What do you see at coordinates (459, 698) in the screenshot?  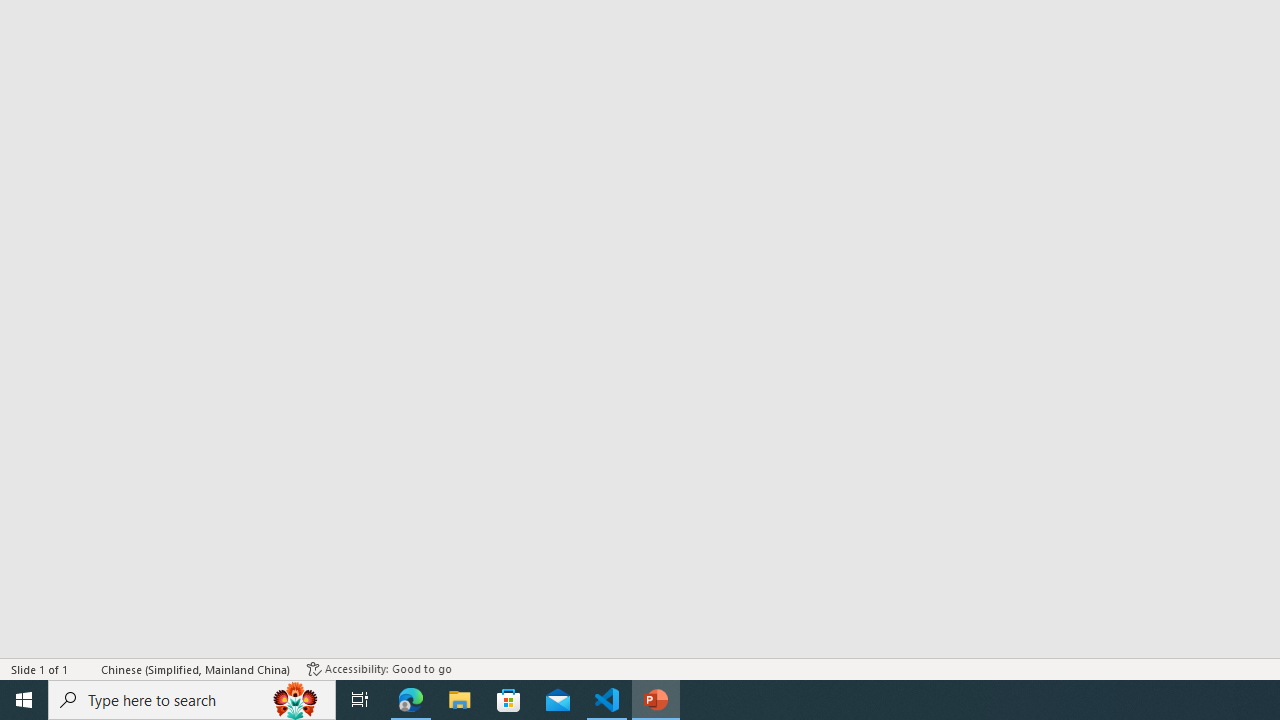 I see `'File Explorer'` at bounding box center [459, 698].